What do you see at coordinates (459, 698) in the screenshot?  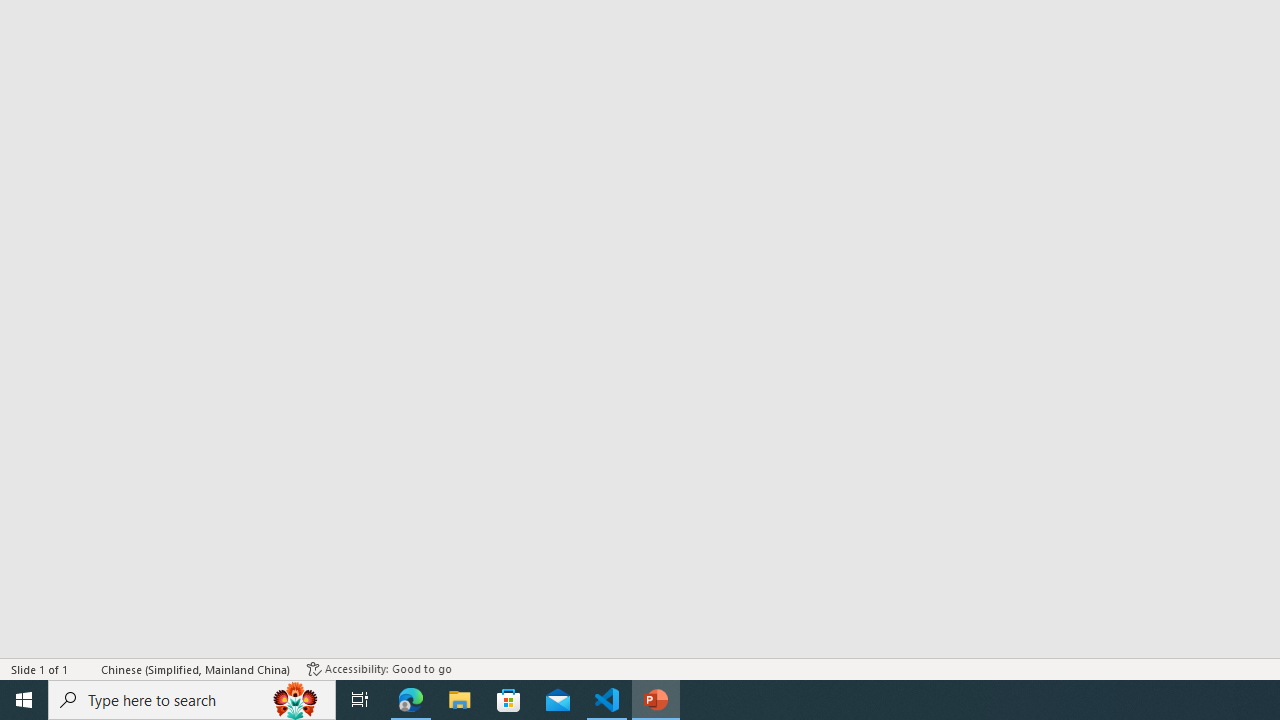 I see `'File Explorer'` at bounding box center [459, 698].